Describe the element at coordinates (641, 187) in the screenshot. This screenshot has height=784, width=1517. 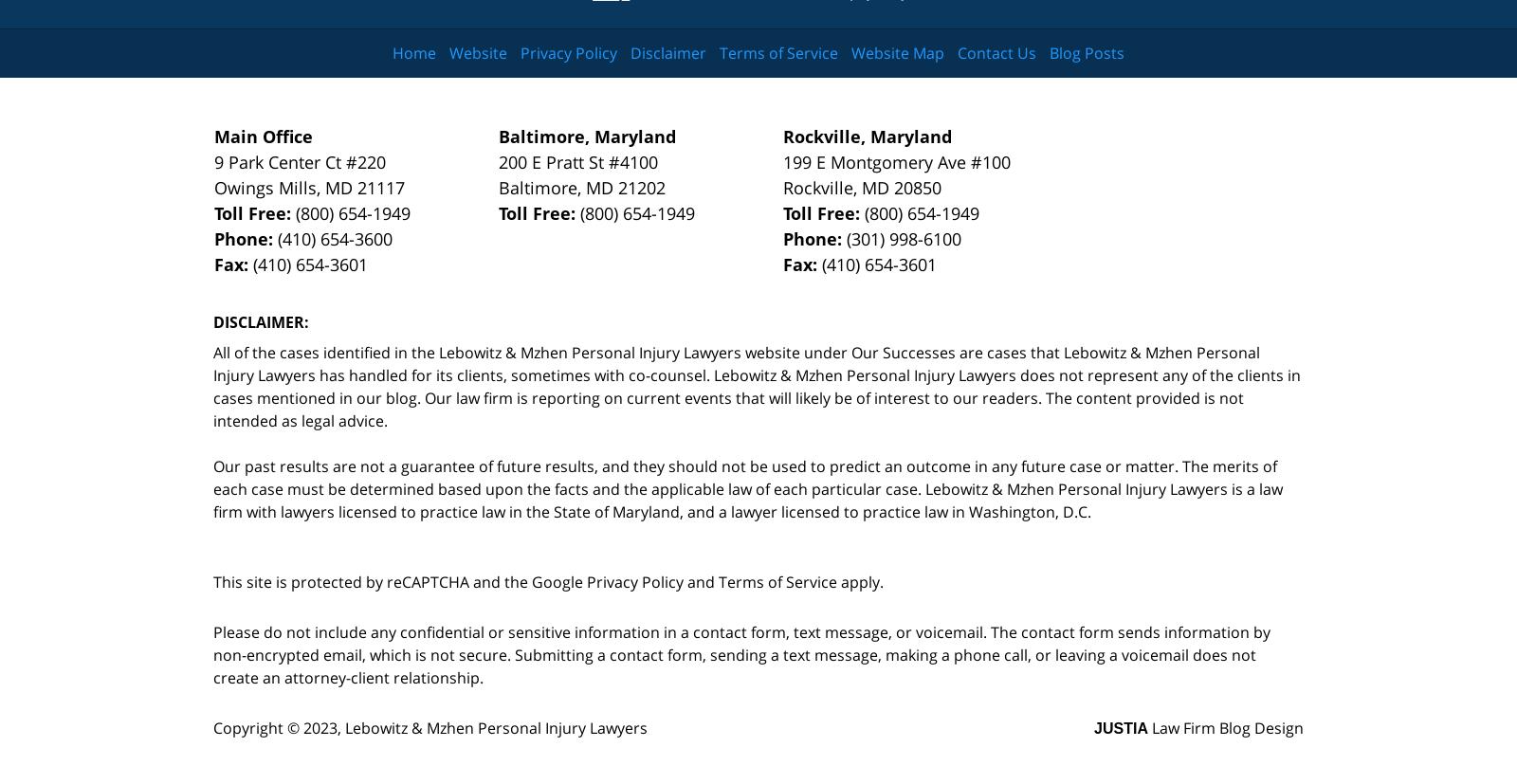
I see `'21202'` at that location.